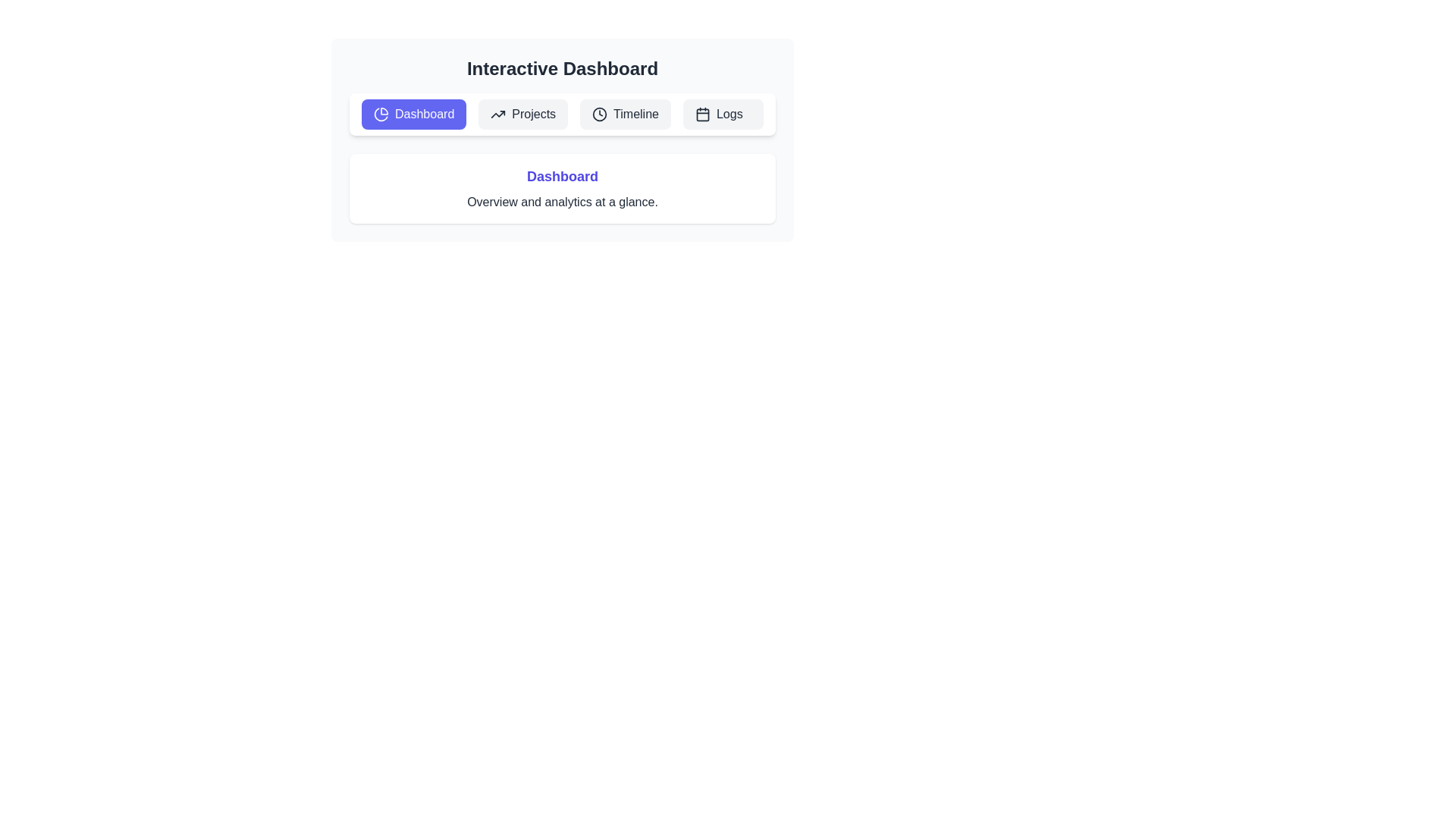 The image size is (1456, 819). Describe the element at coordinates (534, 113) in the screenshot. I see `the 'Projects' navigation button label, which is the static text within a button component located at the top-center of the interface, positioned between the 'Dashboard' and 'Timeline' buttons` at that location.